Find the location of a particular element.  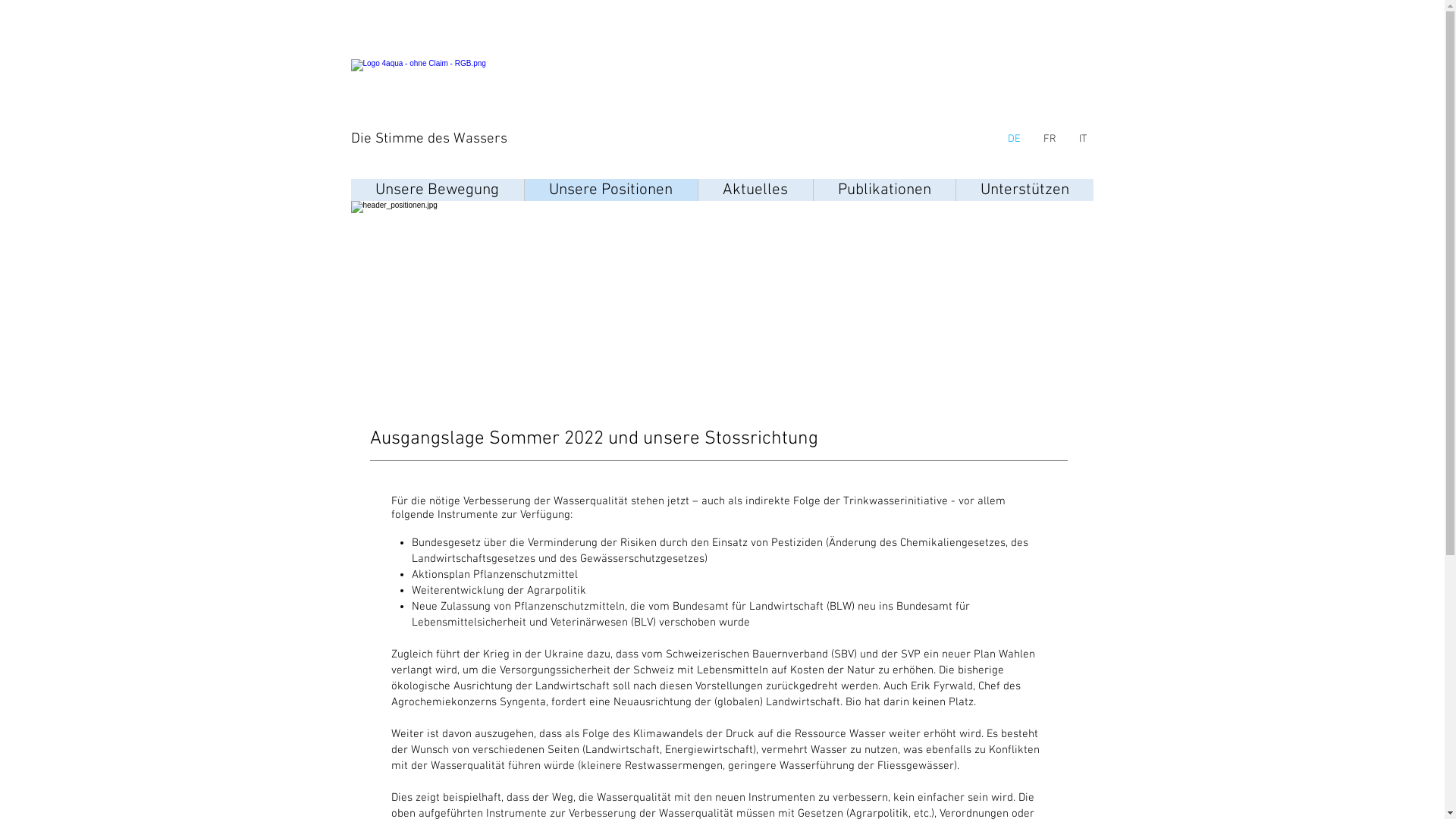

'Die Stimme des Wassers' is located at coordinates (428, 139).